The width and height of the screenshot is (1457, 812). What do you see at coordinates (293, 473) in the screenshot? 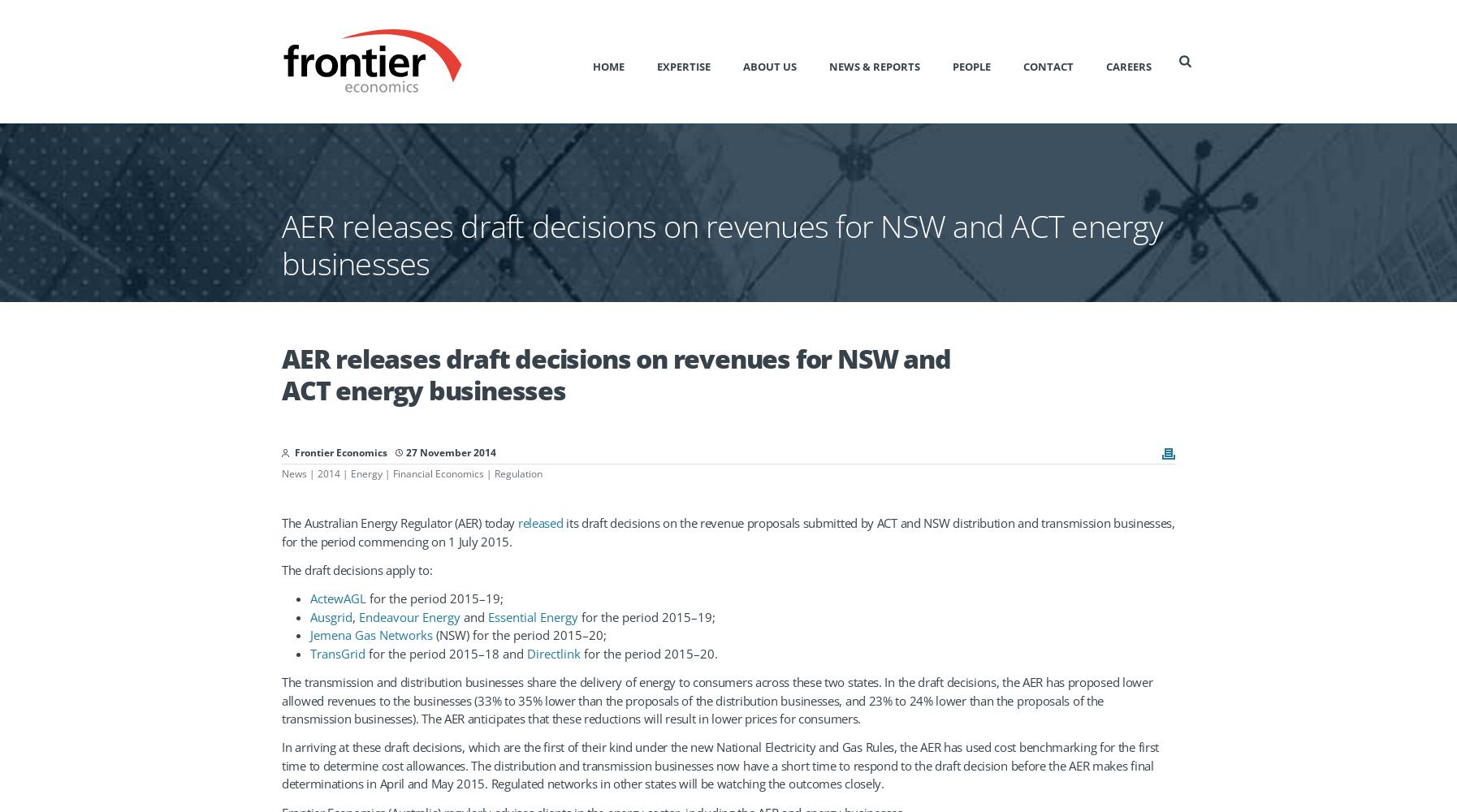
I see `'News'` at bounding box center [293, 473].